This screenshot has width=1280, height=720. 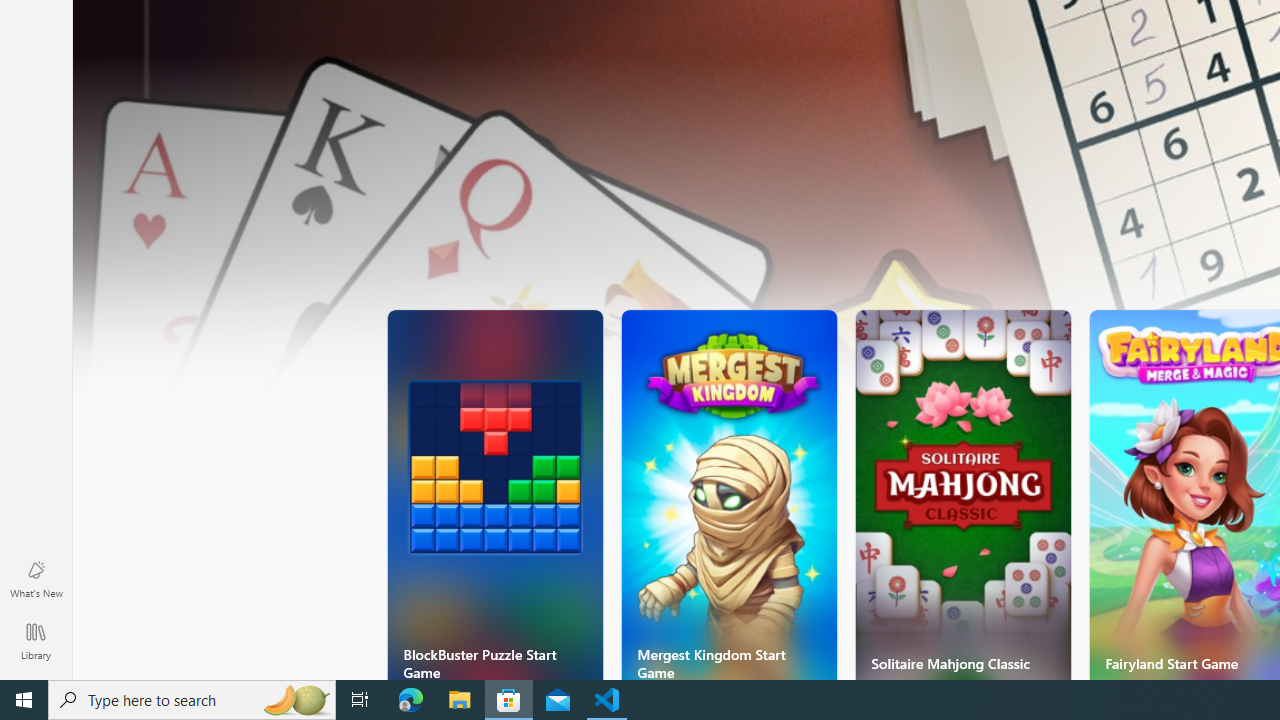 I want to click on 'What', so click(x=35, y=578).